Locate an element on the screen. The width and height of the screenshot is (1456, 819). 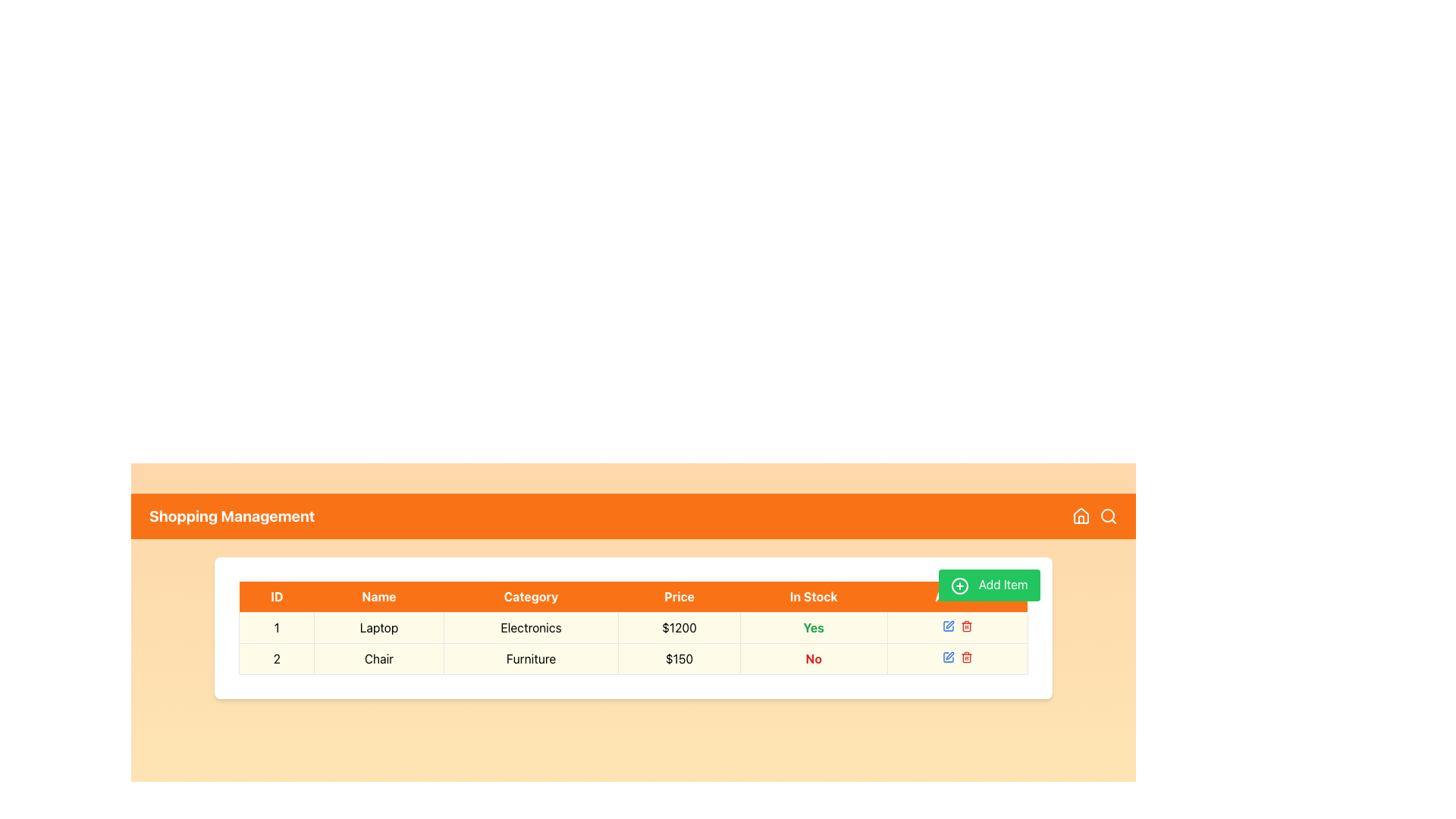
the red delete icon located in the last column of the second row of the table, aligned with the row labeled 'Chair' under the 'Name' column is located at coordinates (956, 657).